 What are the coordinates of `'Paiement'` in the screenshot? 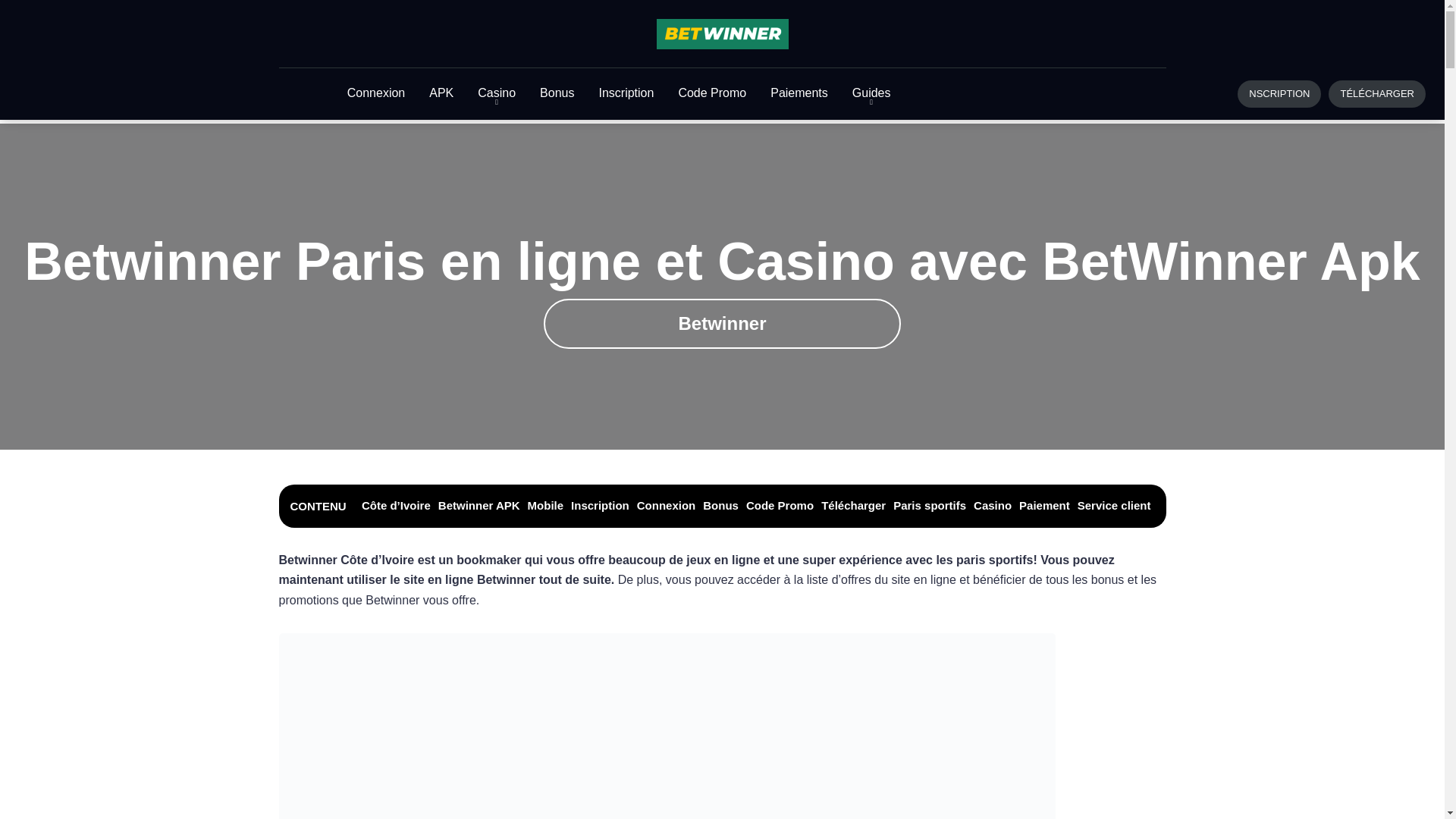 It's located at (1043, 505).